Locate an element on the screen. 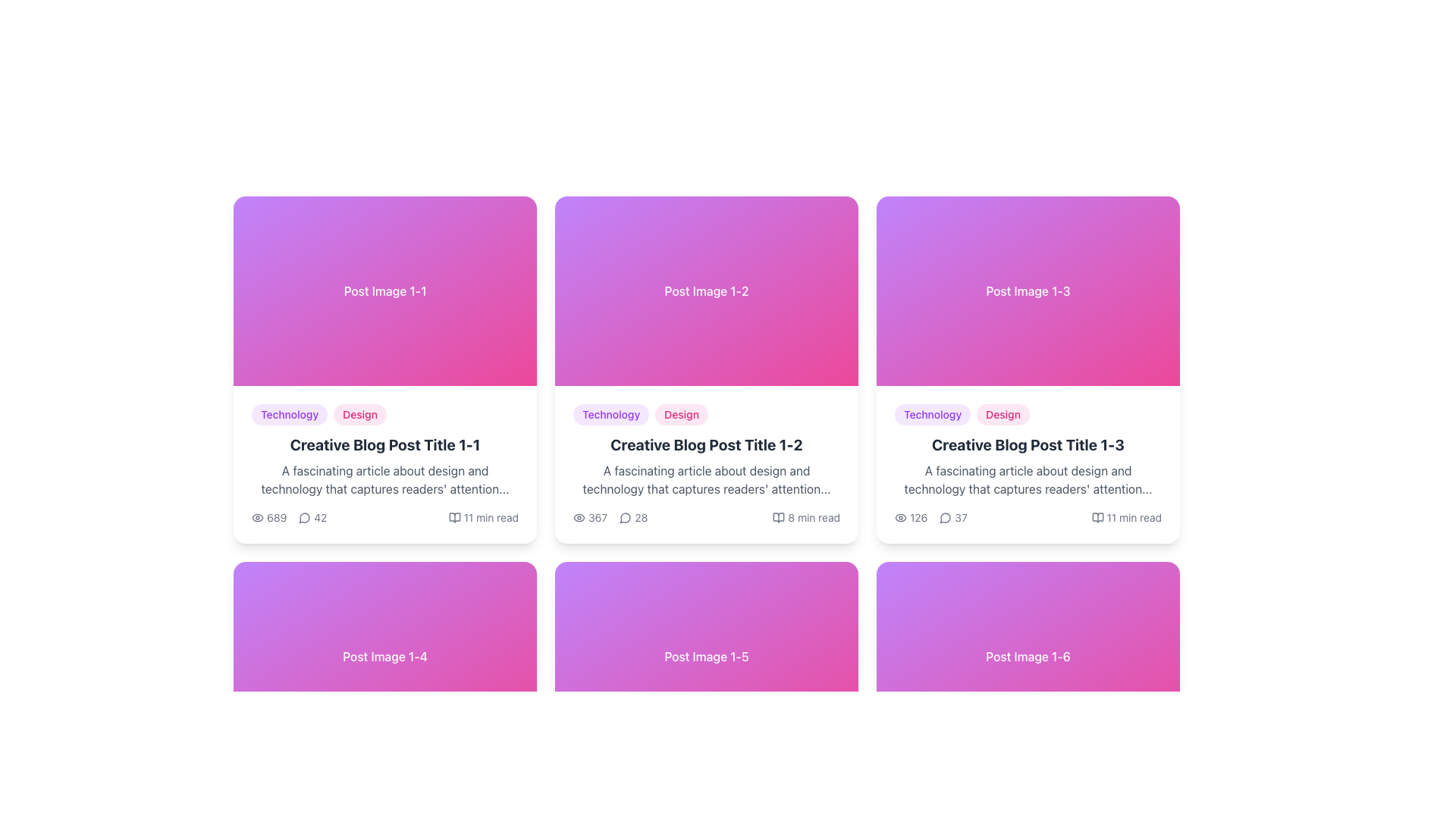 The height and width of the screenshot is (819, 1456). the text label displaying the comment count '42' located in the bottom-left corner of the card for the post titled 'Creative Blog Post Title 1-1' is located at coordinates (312, 516).